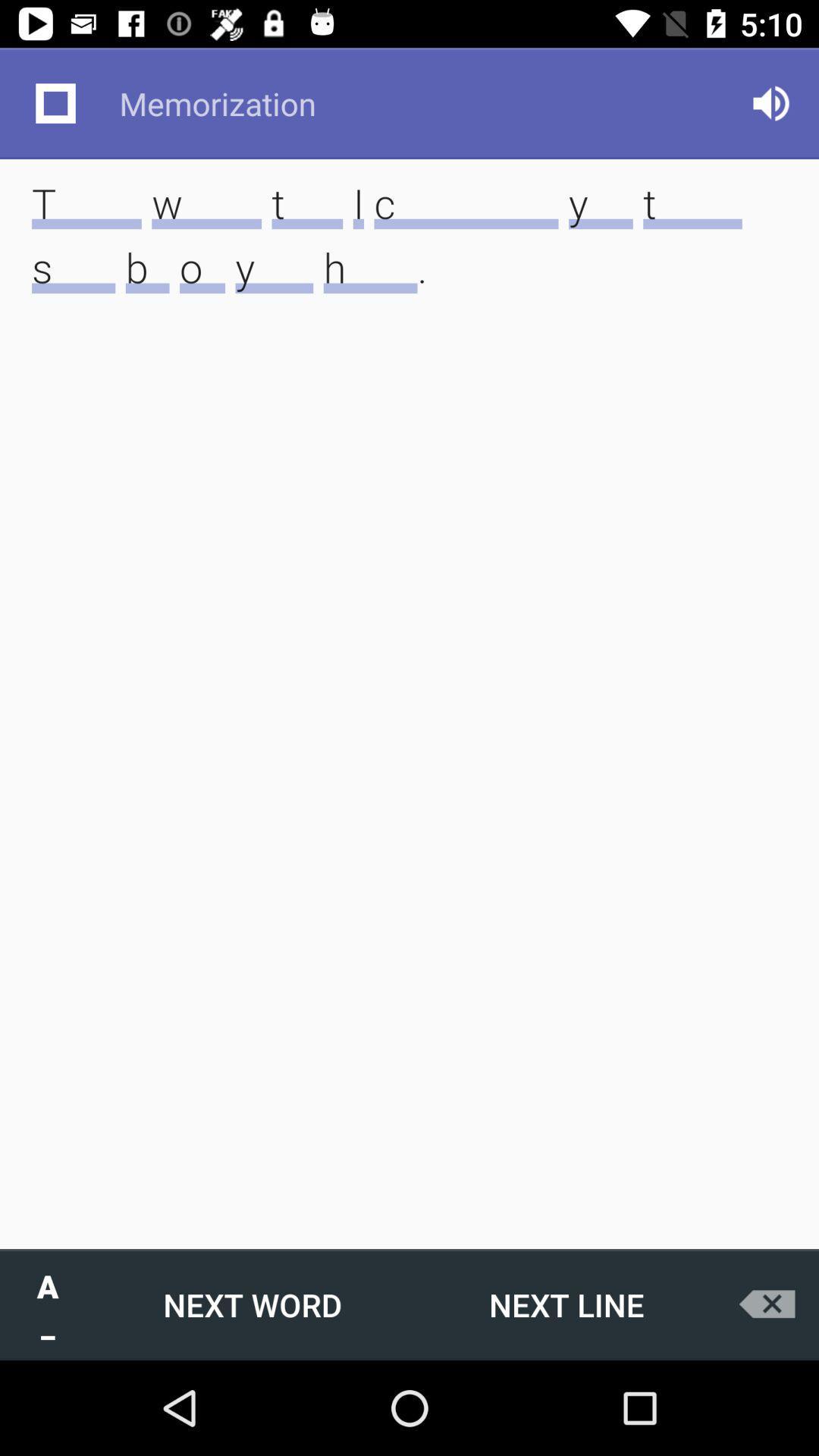  What do you see at coordinates (46, 1304) in the screenshot?
I see `the a` at bounding box center [46, 1304].